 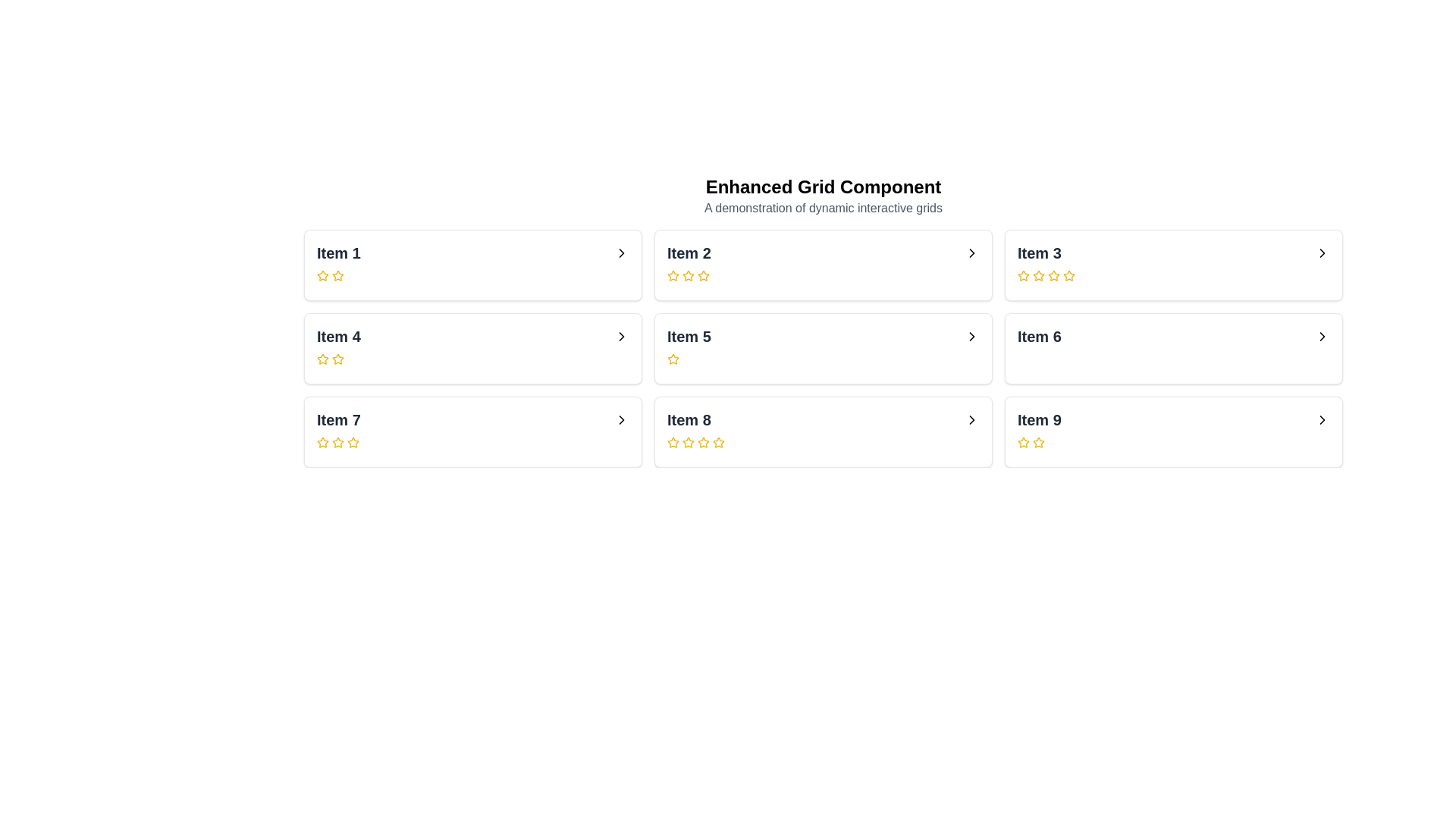 I want to click on the Button (icon-based) that expands or navigates into details for 'Item 9', located to the right of the 'Item 9' label and below the ratings text, so click(x=1321, y=420).